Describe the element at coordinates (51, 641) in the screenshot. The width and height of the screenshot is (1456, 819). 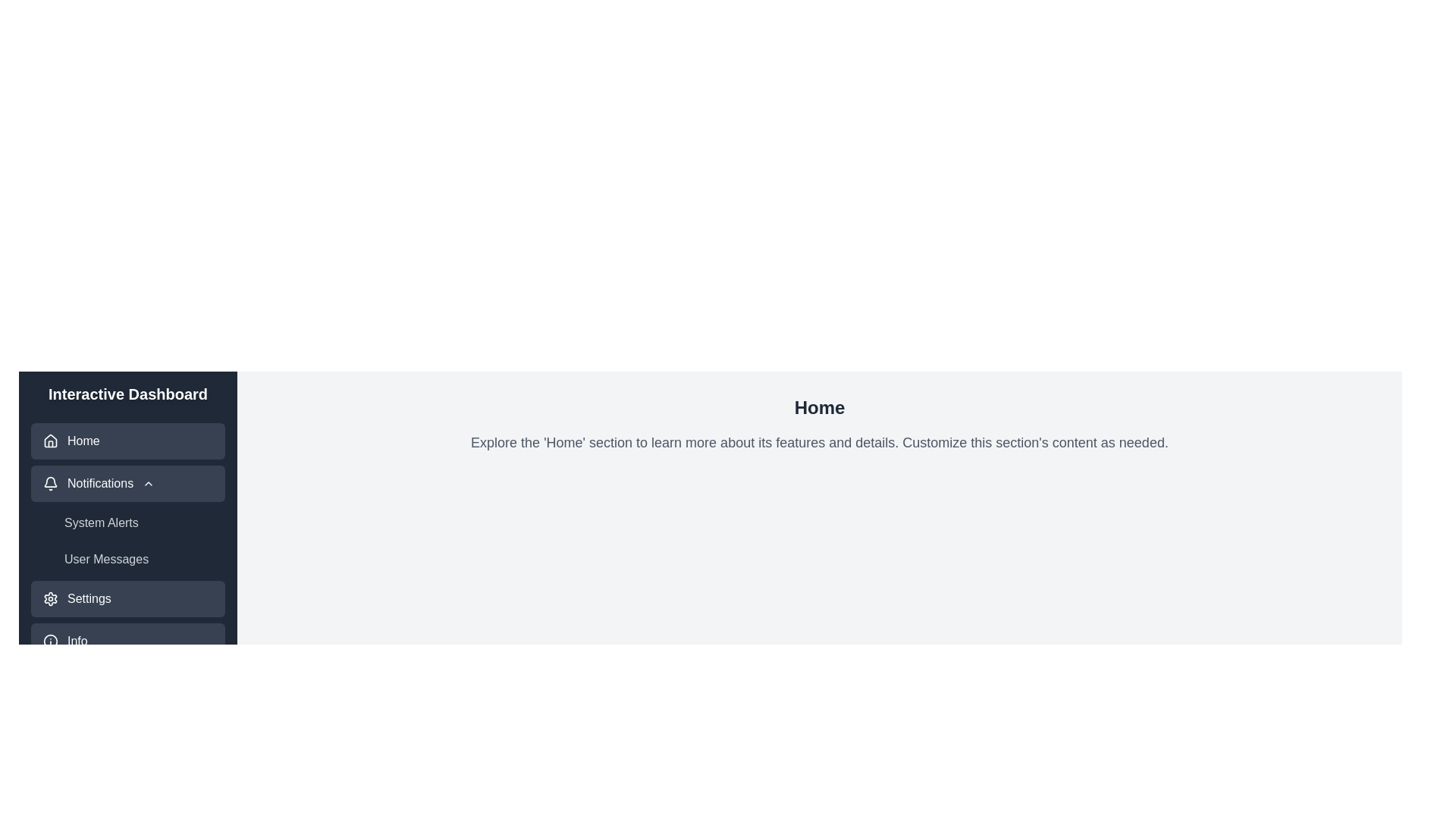
I see `the circular information icon located at the bottom of the left sidebar, preceding the 'Info' text label` at that location.